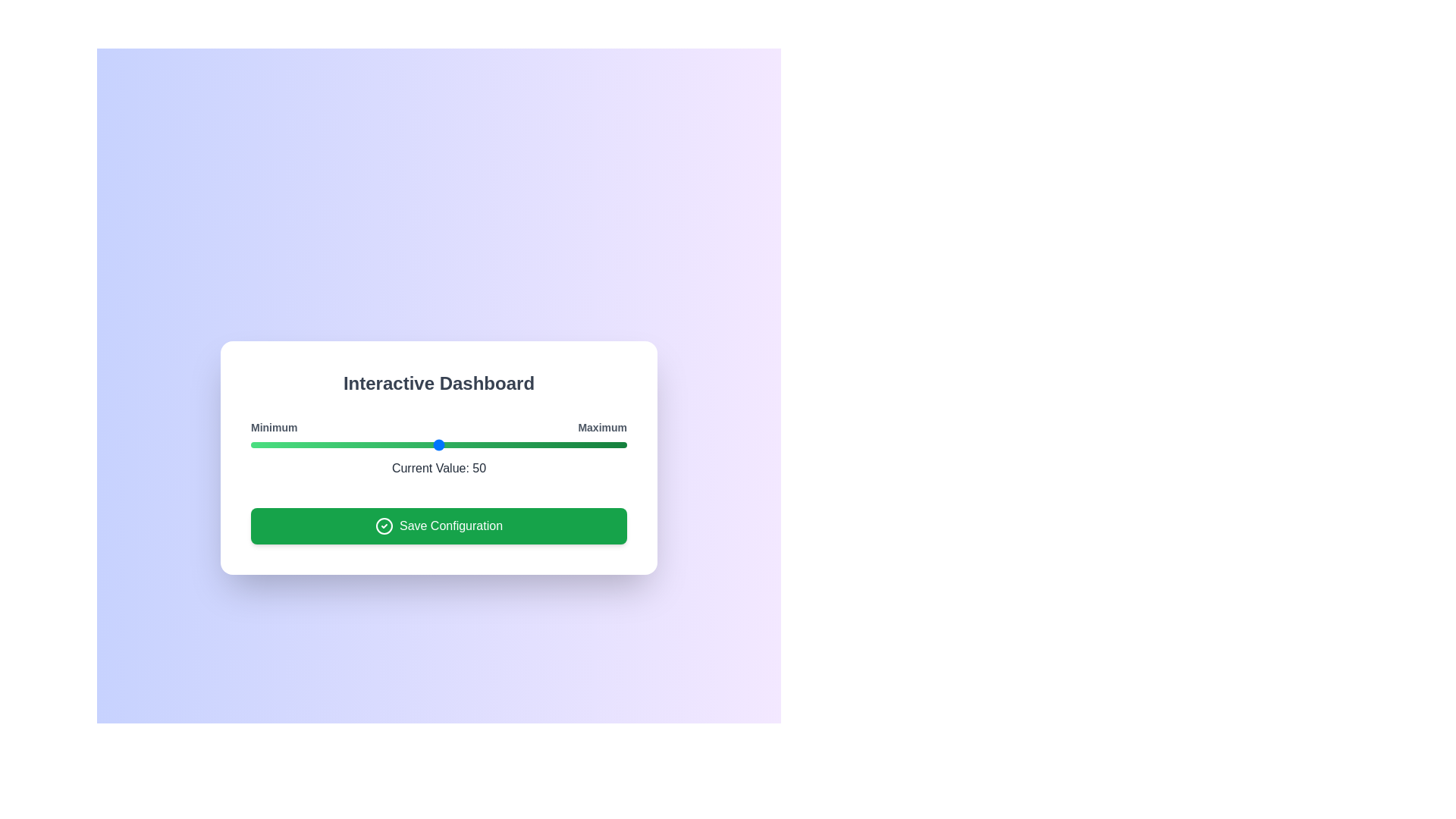 The width and height of the screenshot is (1456, 819). Describe the element at coordinates (438, 526) in the screenshot. I see `the 'Save Configuration' button to trigger its hover effect` at that location.